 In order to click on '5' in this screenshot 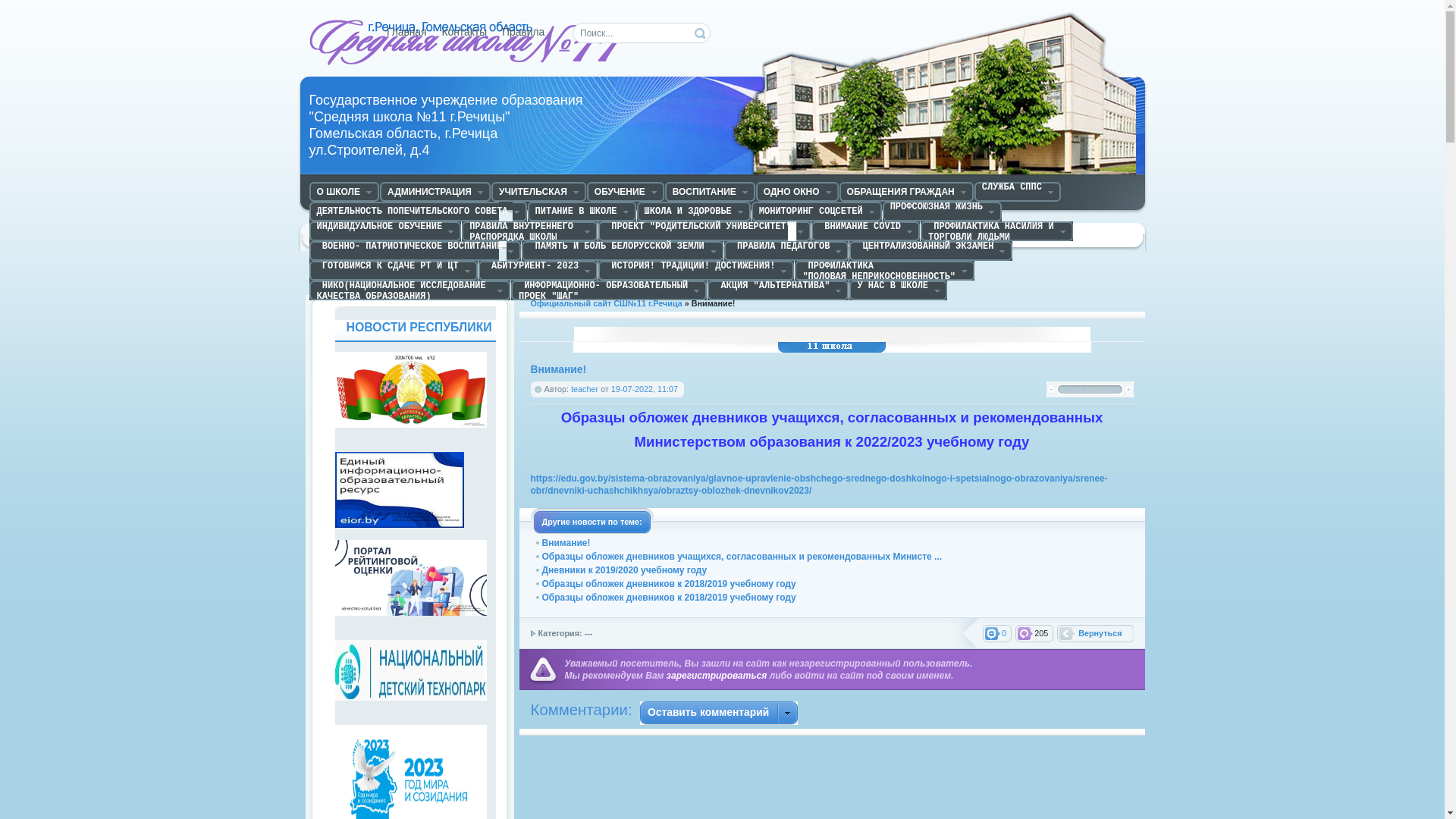, I will do `click(1115, 388)`.